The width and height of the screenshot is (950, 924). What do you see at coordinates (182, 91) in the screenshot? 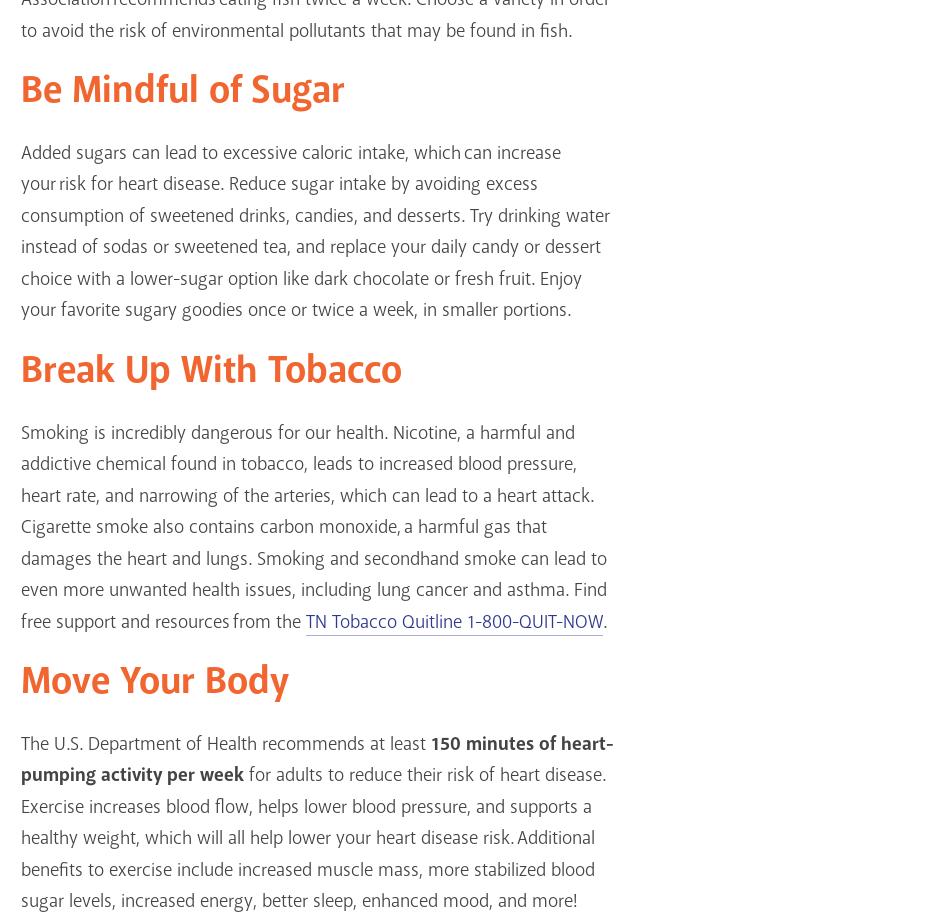
I see `'Be Mindful of Sugar'` at bounding box center [182, 91].